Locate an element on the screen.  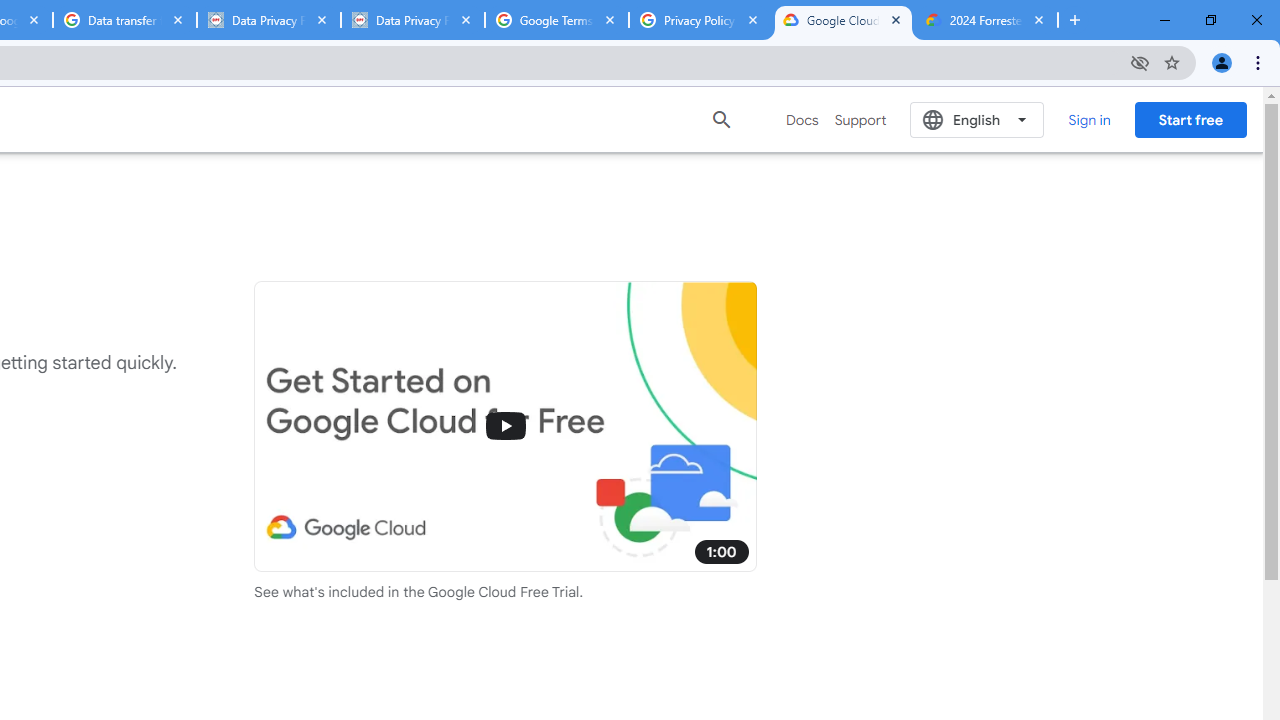
'Support' is located at coordinates (860, 119).